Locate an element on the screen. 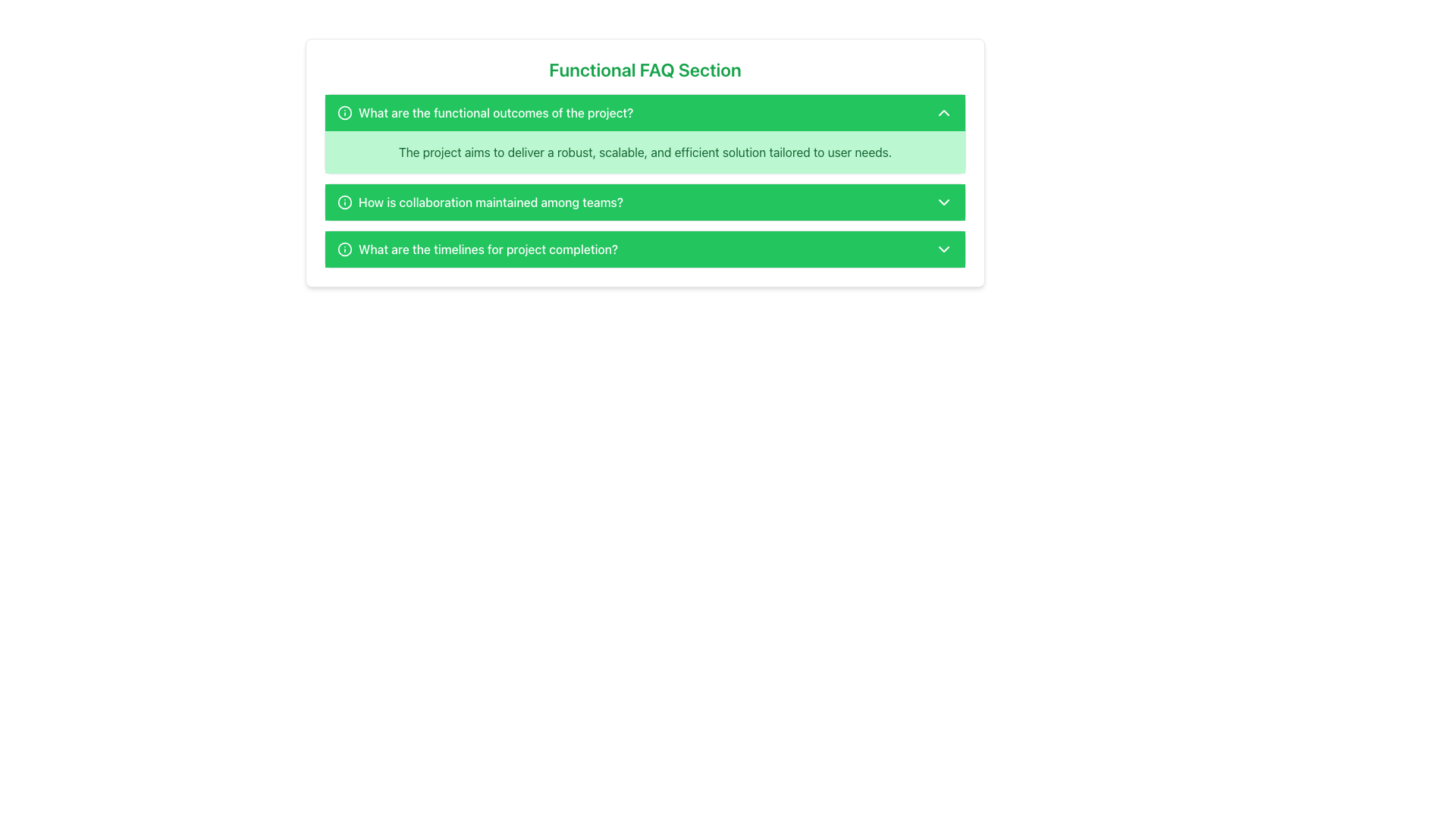 The image size is (1456, 819). the information icon located to the left of the FAQ titled 'How is collaboration maintained among teams?' is located at coordinates (344, 201).